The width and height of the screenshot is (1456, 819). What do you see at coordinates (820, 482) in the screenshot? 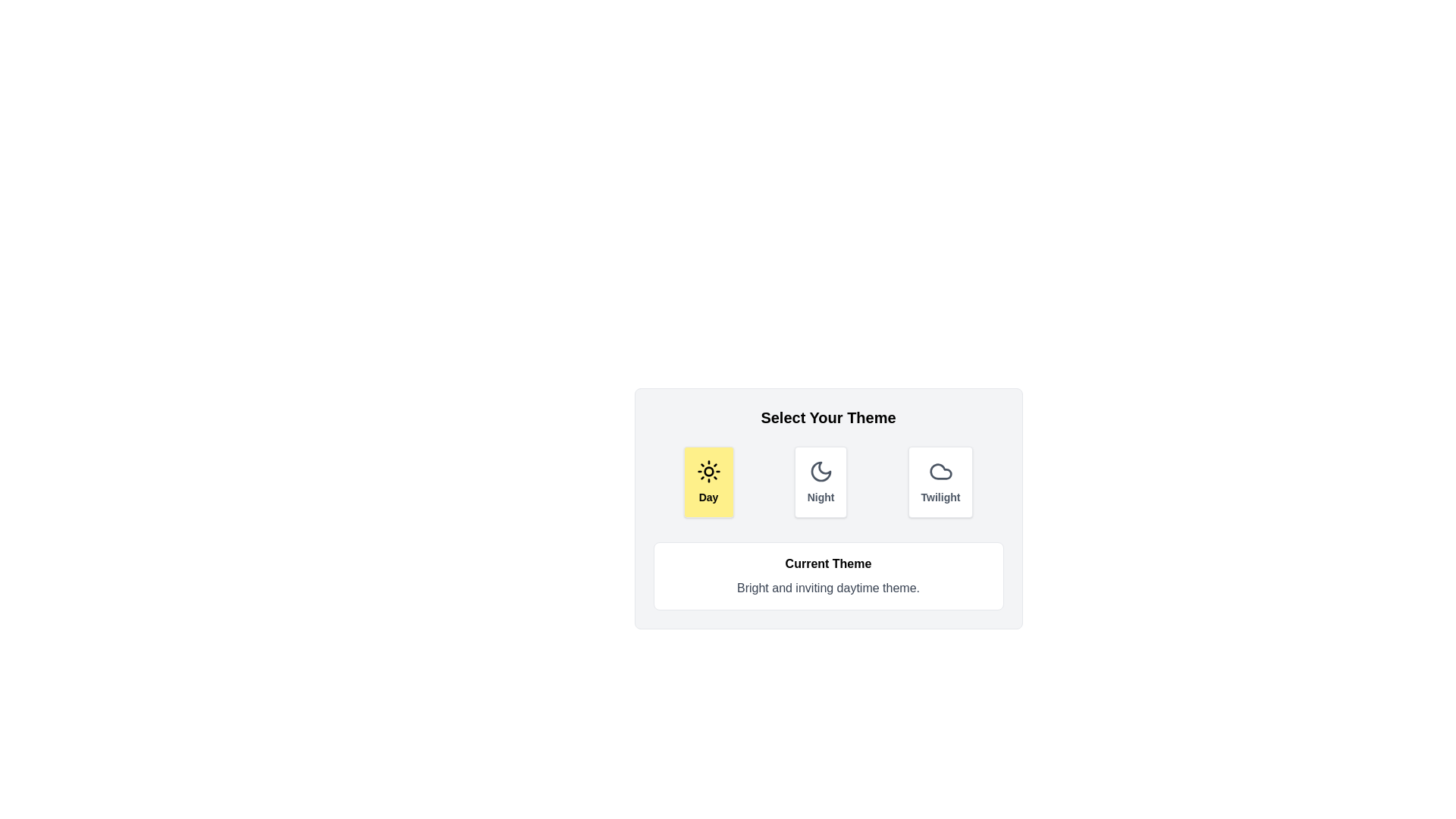
I see `the theme button corresponding to Night` at bounding box center [820, 482].